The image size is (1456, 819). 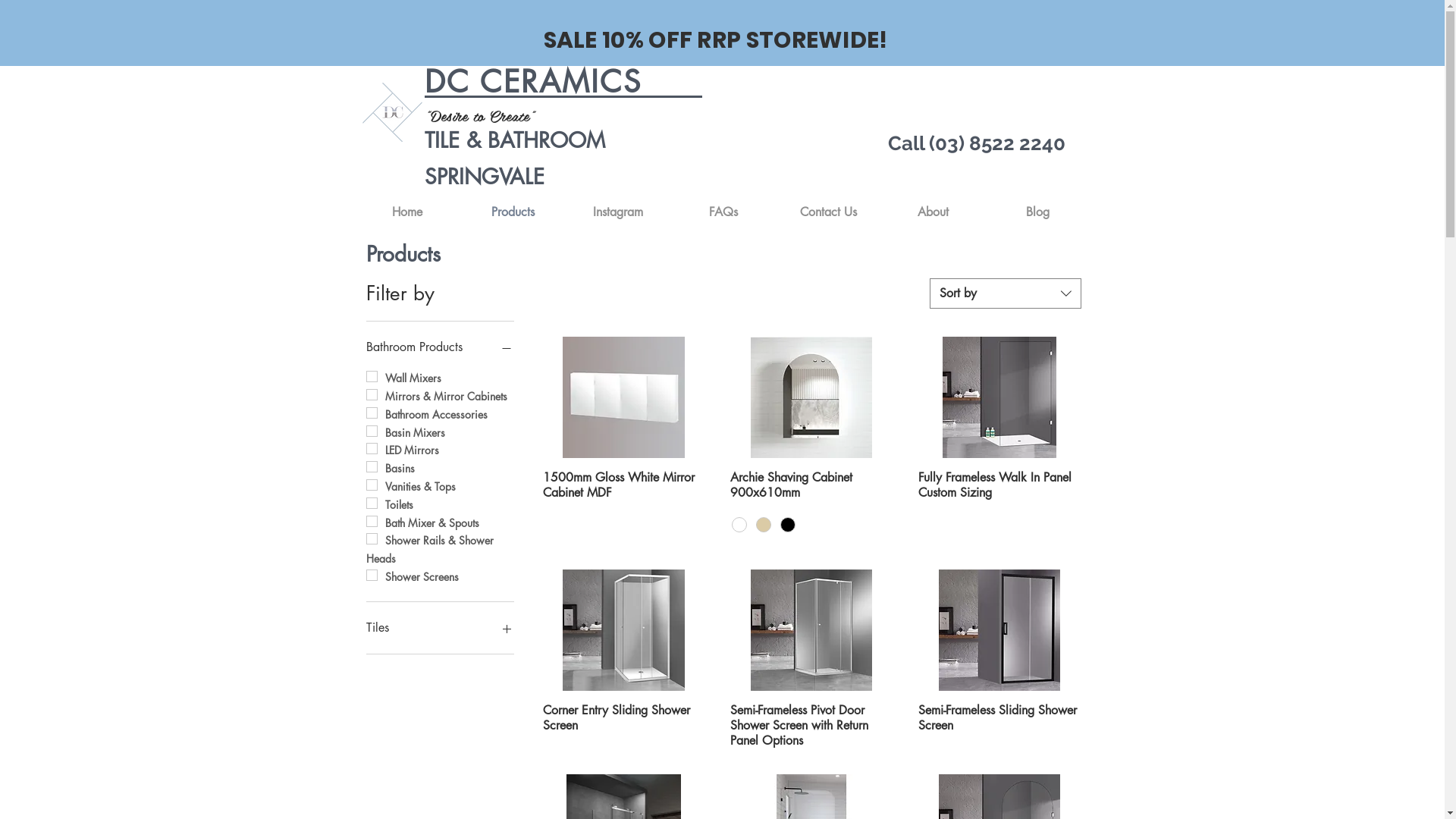 I want to click on 'Home', so click(x=407, y=212).